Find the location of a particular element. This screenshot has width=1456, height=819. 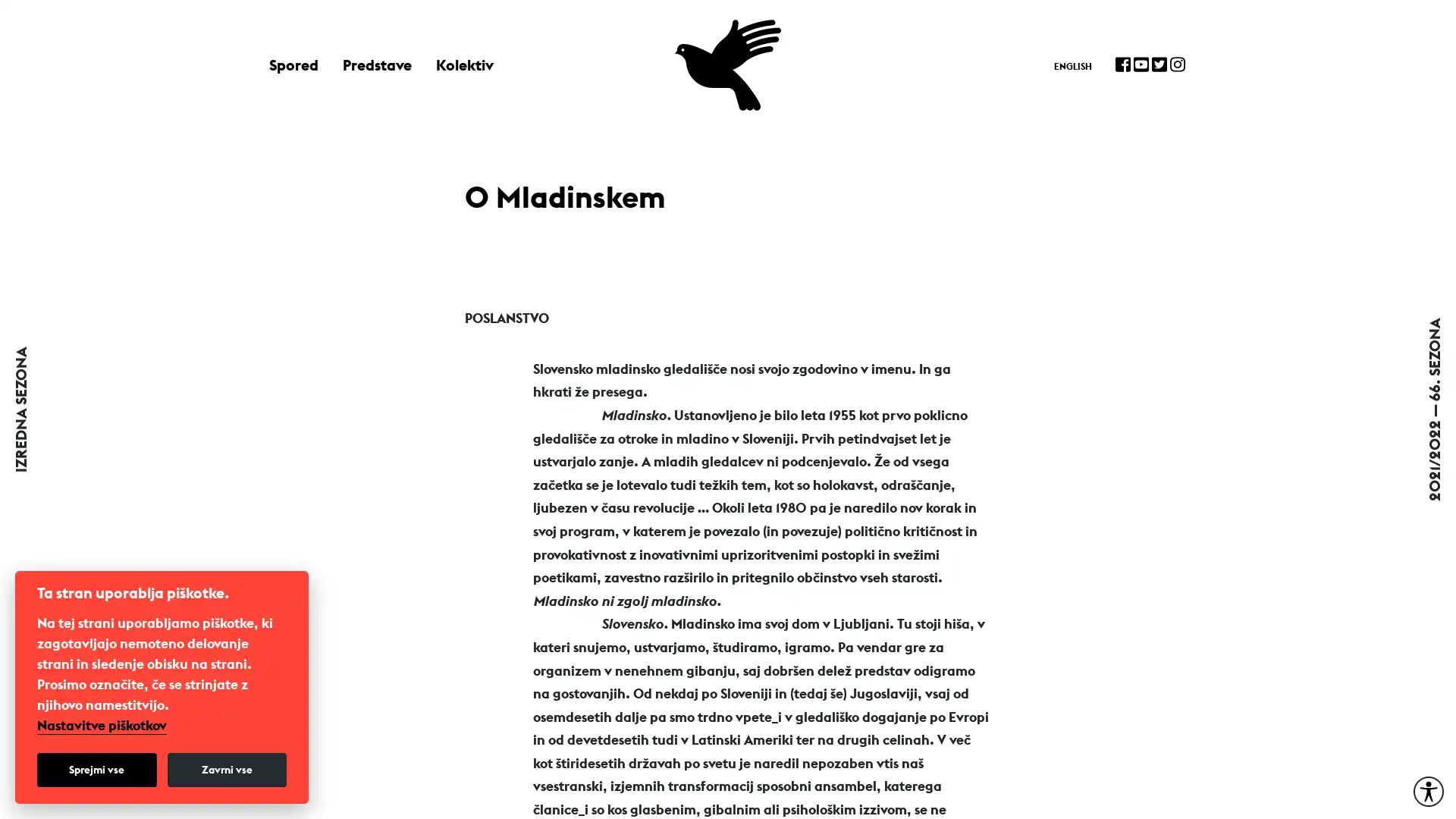

Moznosti za dostopnost is located at coordinates (1427, 791).